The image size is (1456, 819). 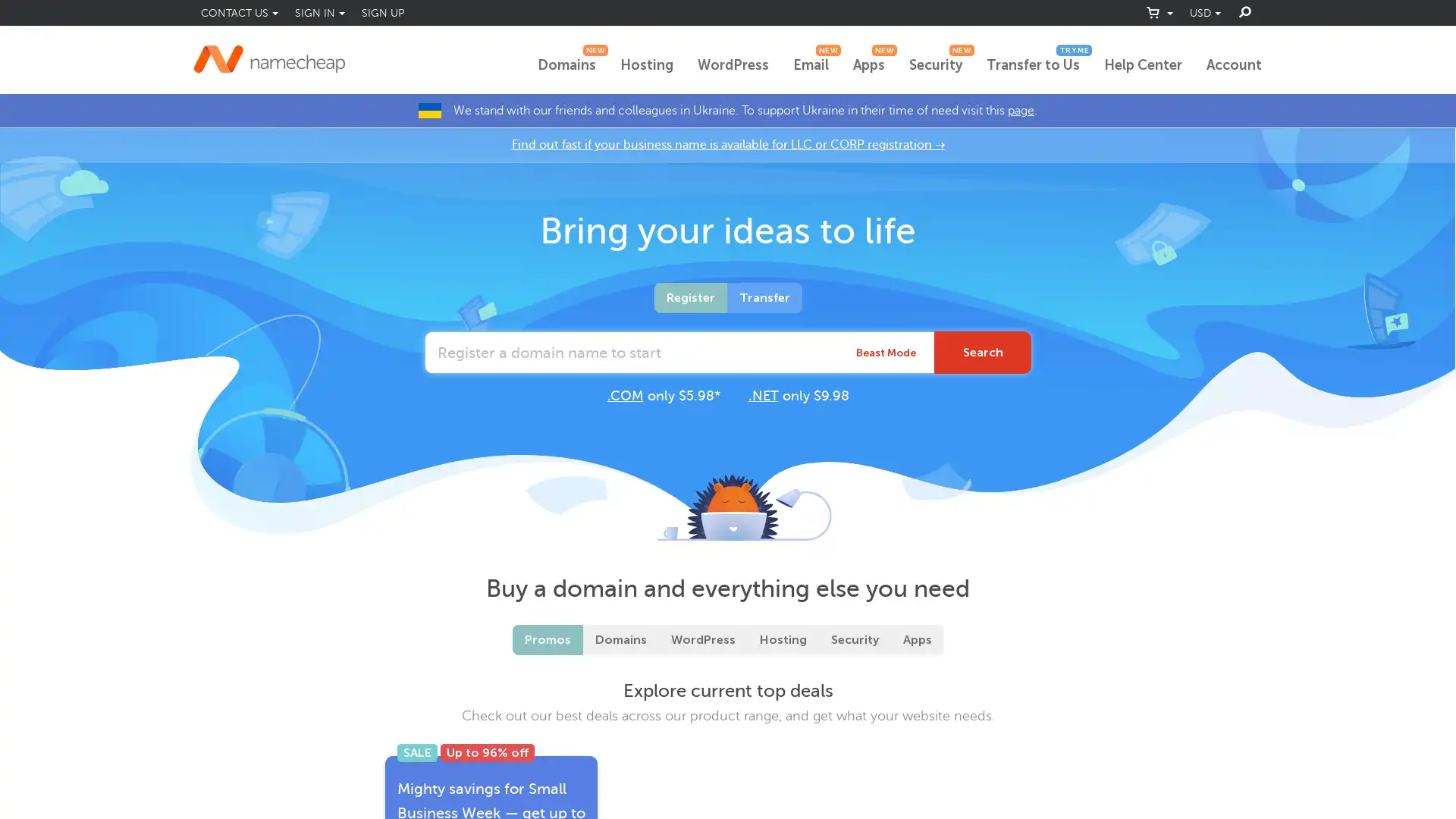 I want to click on Search, so click(x=983, y=353).